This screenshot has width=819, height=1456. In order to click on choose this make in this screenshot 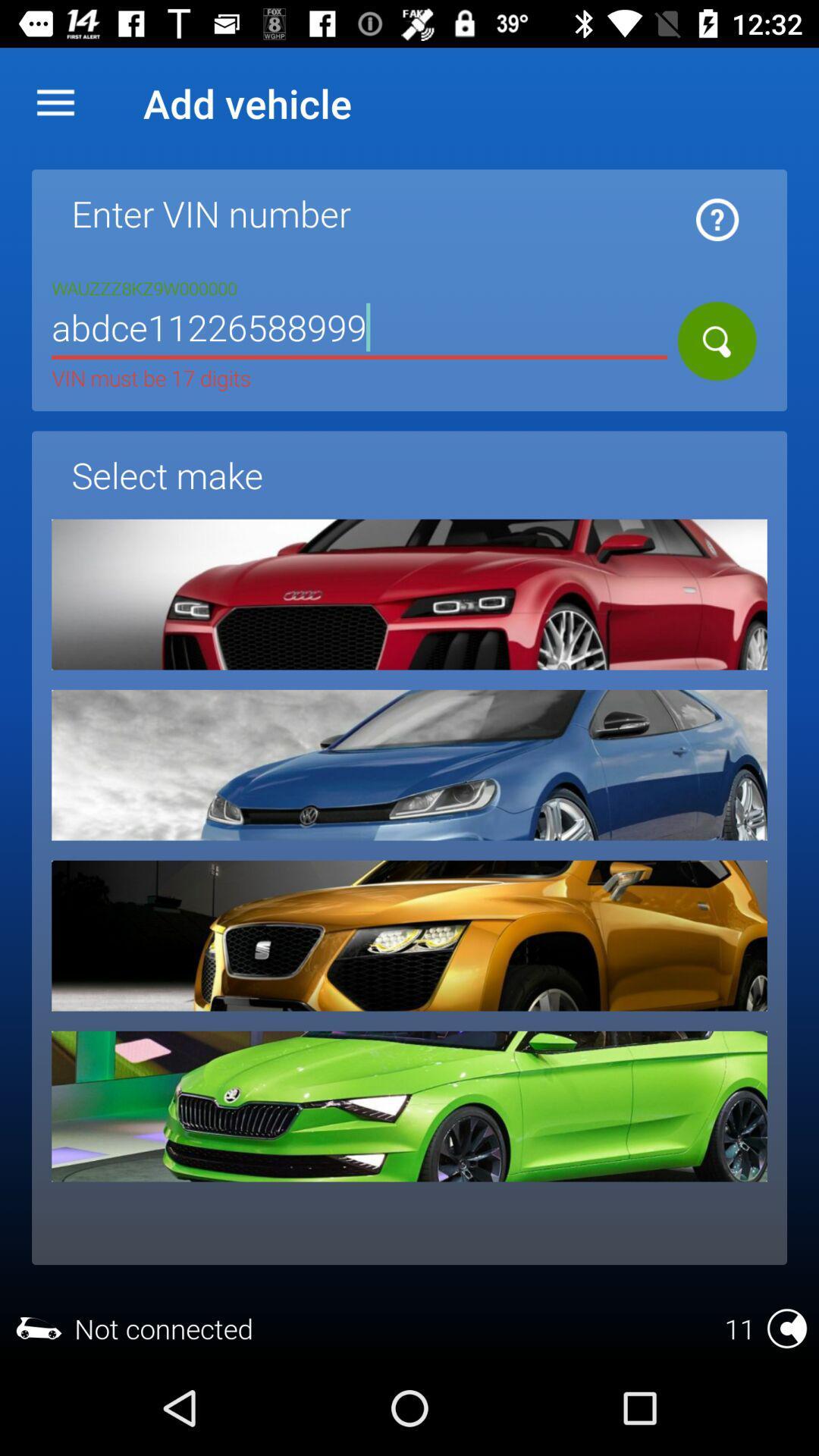, I will do `click(409, 1106)`.